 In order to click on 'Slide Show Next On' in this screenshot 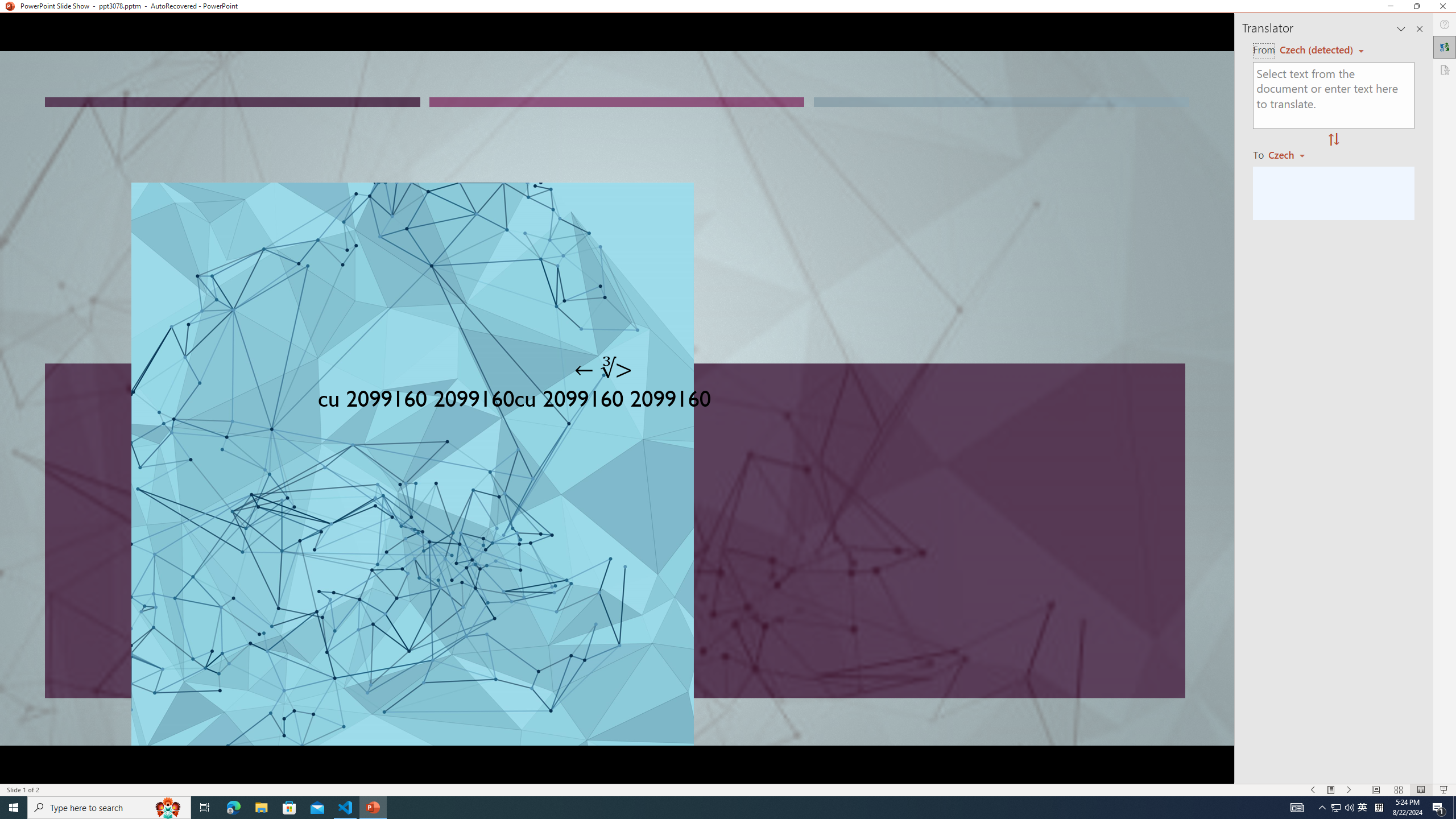, I will do `click(1349, 790)`.